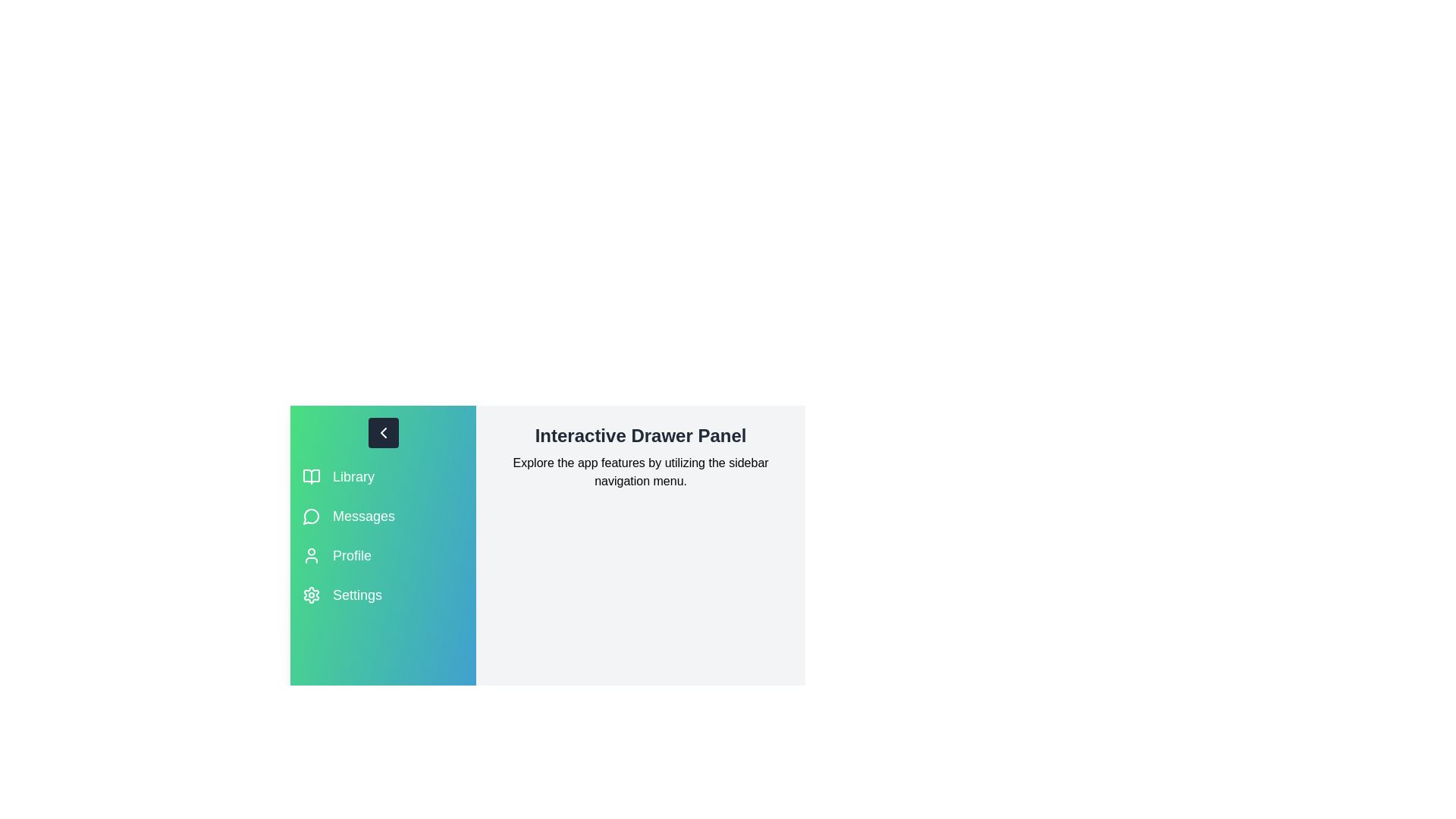  Describe the element at coordinates (382, 516) in the screenshot. I see `the Messages section in the sidebar` at that location.